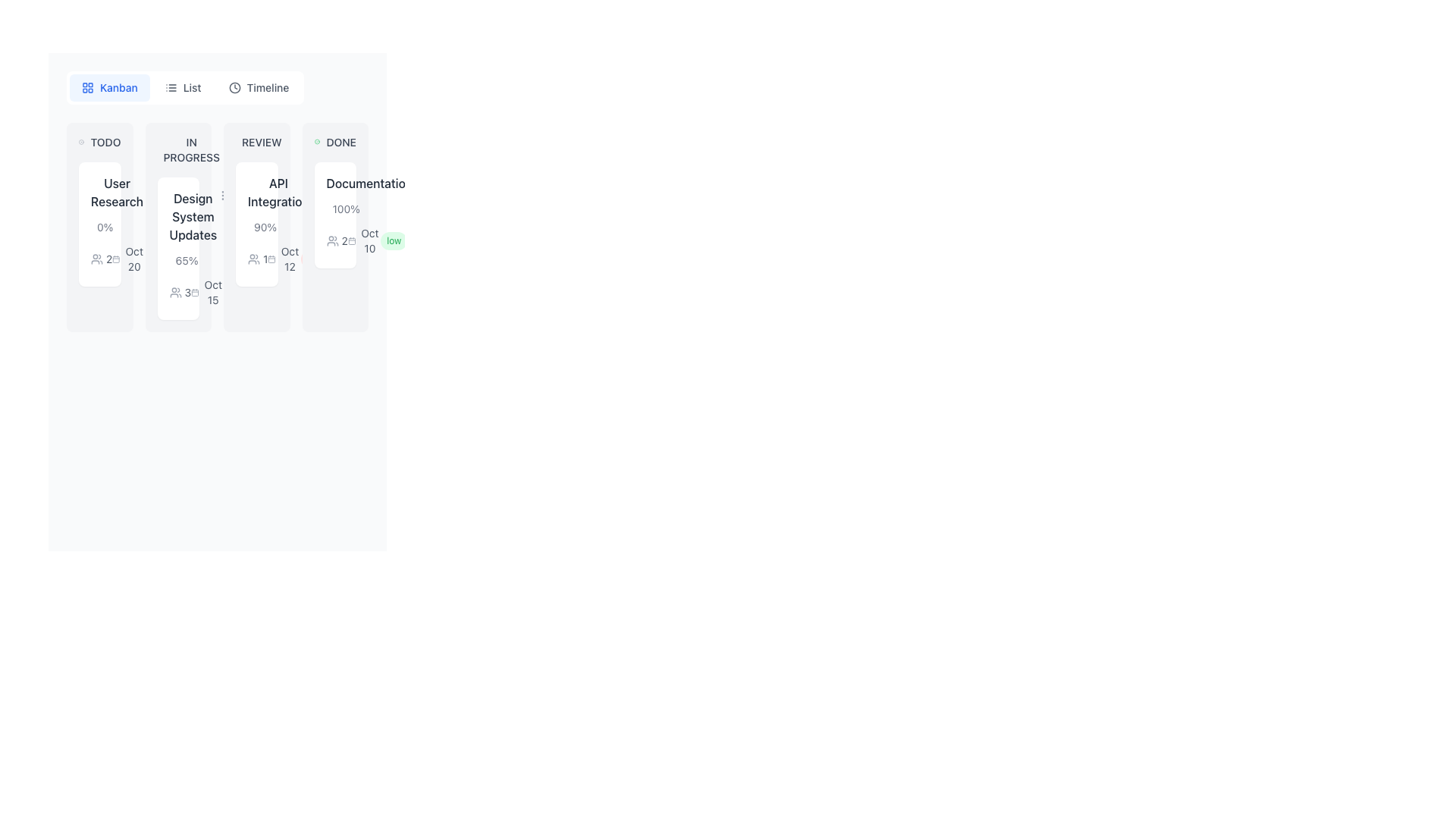 The height and width of the screenshot is (819, 1456). What do you see at coordinates (134, 259) in the screenshot?
I see `text label displaying 'Oct 20' located underneath the calendar icon in the 'TODO' column, below the 'User Research' title` at bounding box center [134, 259].